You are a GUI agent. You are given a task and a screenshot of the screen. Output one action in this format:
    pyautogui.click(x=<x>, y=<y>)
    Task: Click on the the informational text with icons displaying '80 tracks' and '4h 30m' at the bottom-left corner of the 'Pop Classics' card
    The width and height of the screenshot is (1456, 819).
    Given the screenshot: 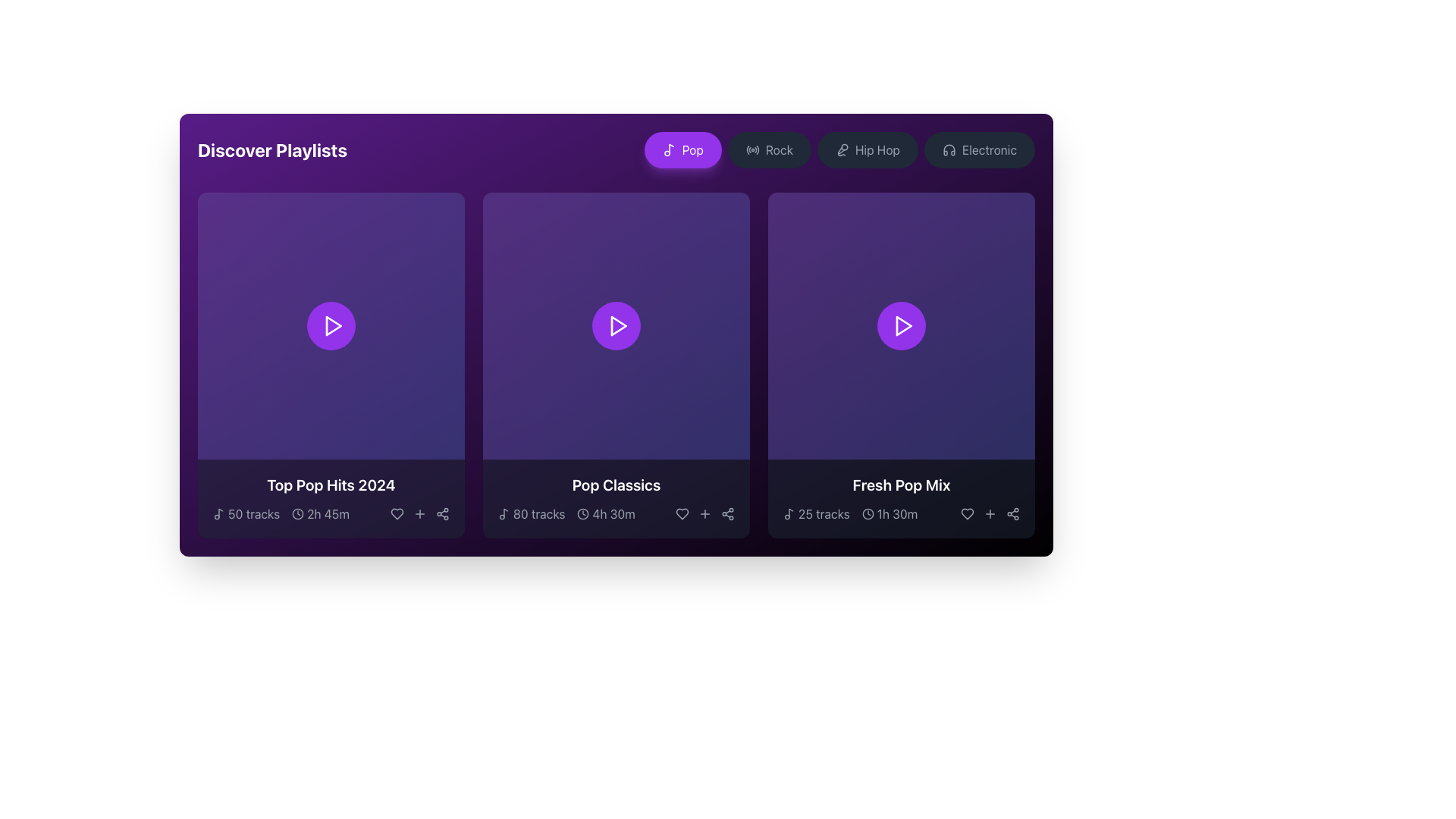 What is the action you would take?
    pyautogui.click(x=566, y=513)
    